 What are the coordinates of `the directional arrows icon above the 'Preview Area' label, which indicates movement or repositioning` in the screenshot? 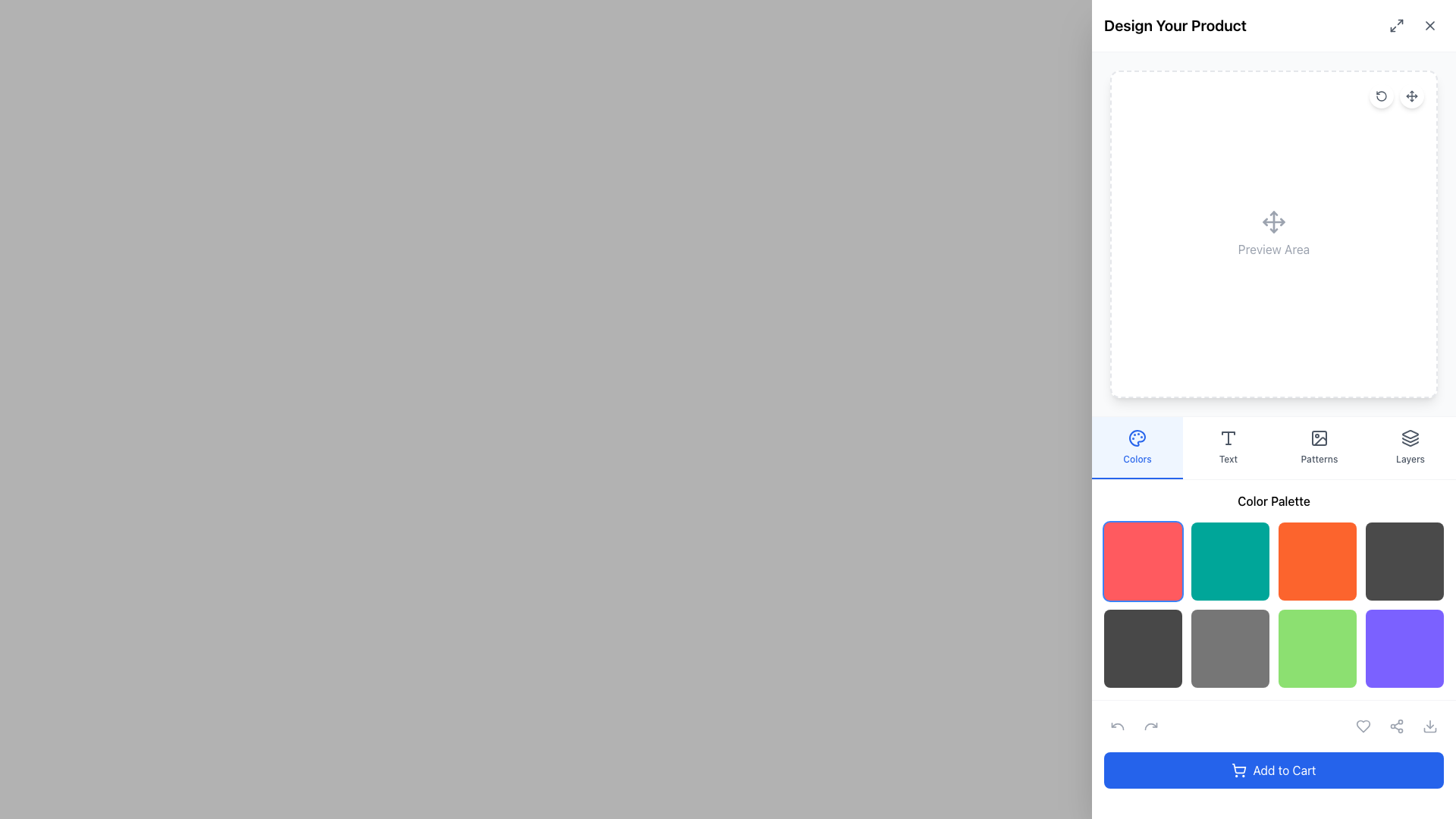 It's located at (1274, 234).